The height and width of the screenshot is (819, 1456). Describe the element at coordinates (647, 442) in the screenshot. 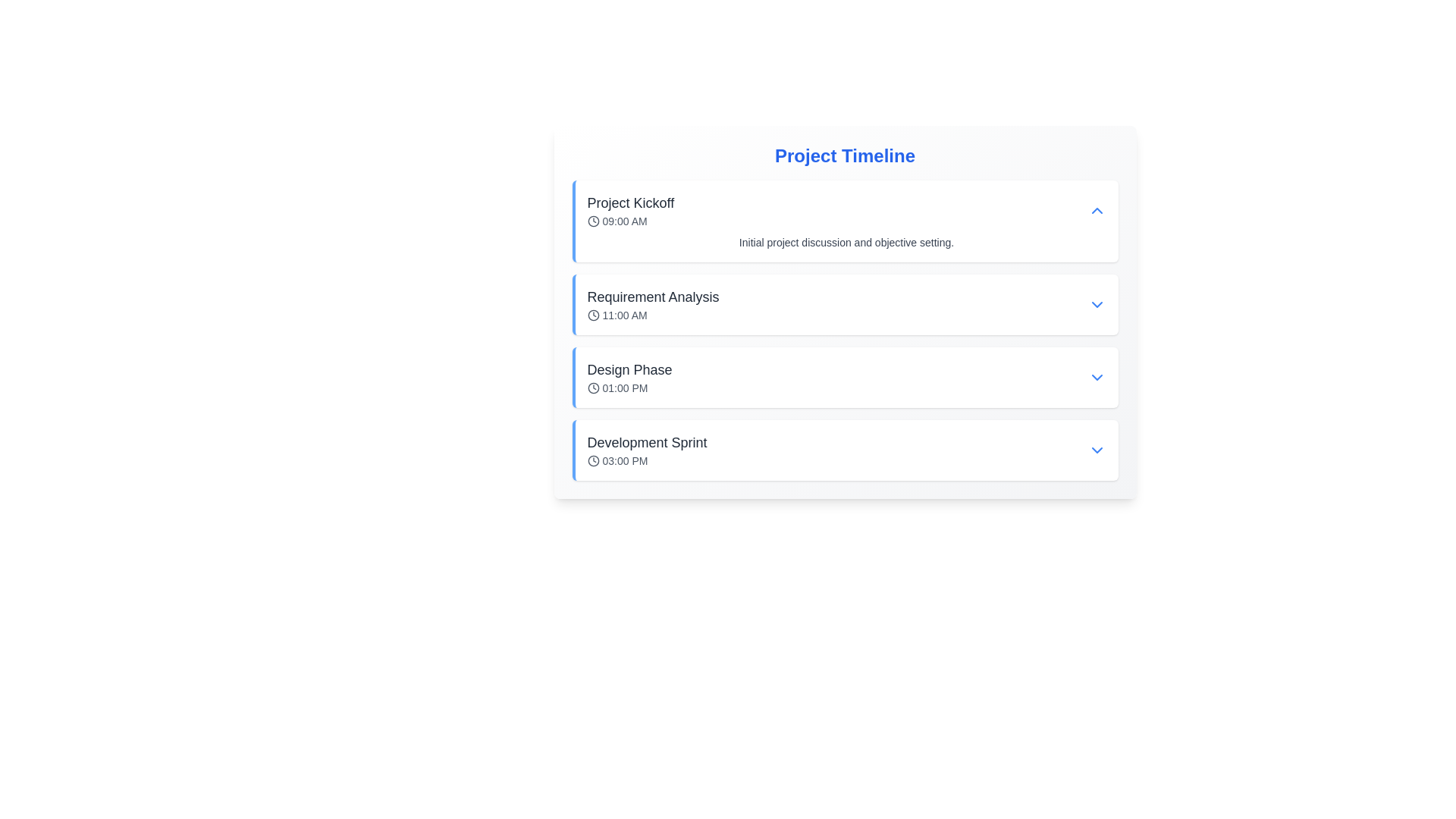

I see `text label displaying 'Development Sprint', which is prominently styled in dark gray and positioned above the time detail '03:00 PM' in the timeline section` at that location.